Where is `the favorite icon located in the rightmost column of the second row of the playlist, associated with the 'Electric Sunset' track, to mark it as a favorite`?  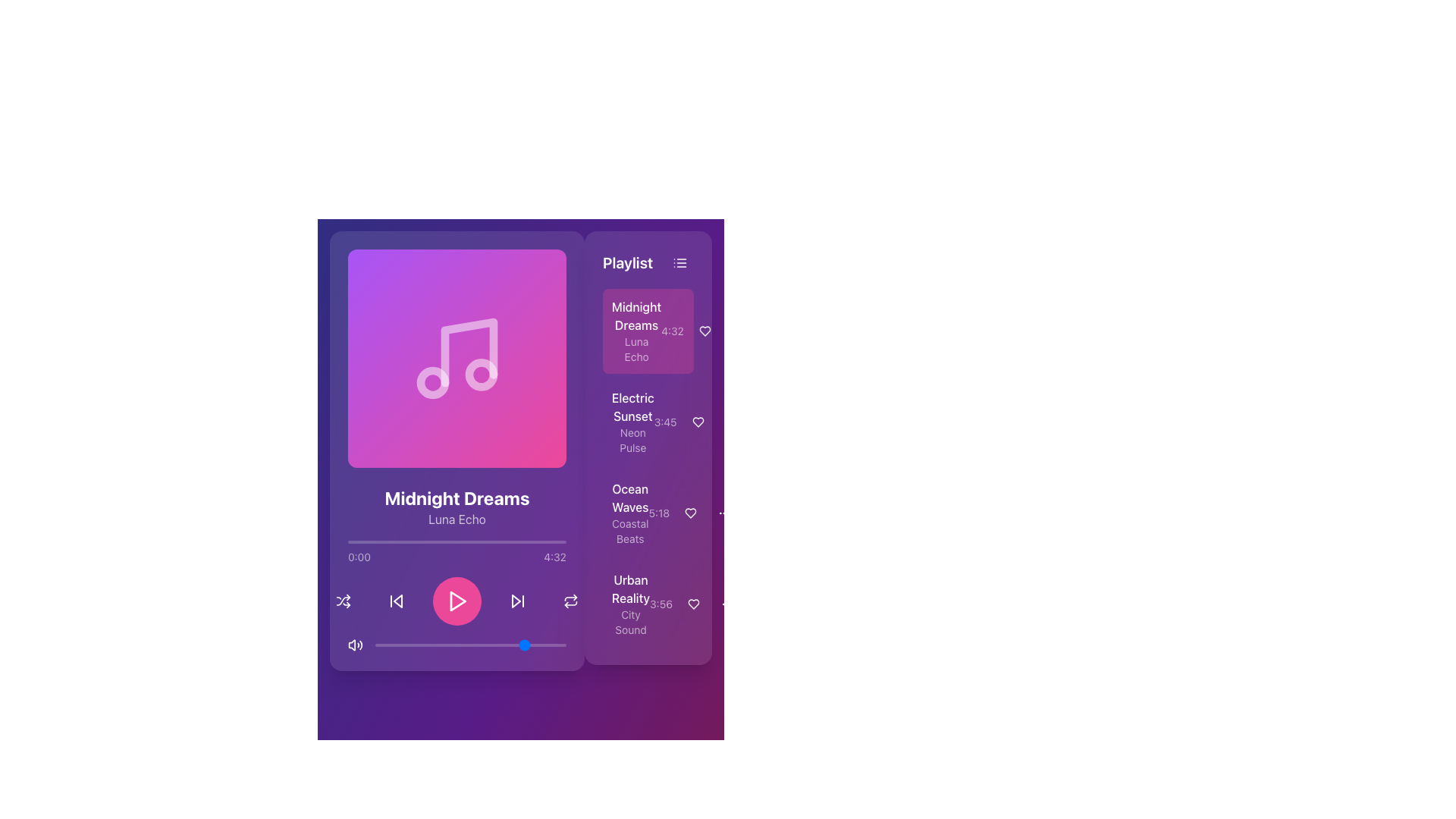
the favorite icon located in the rightmost column of the second row of the playlist, associated with the 'Electric Sunset' track, to mark it as a favorite is located at coordinates (697, 422).